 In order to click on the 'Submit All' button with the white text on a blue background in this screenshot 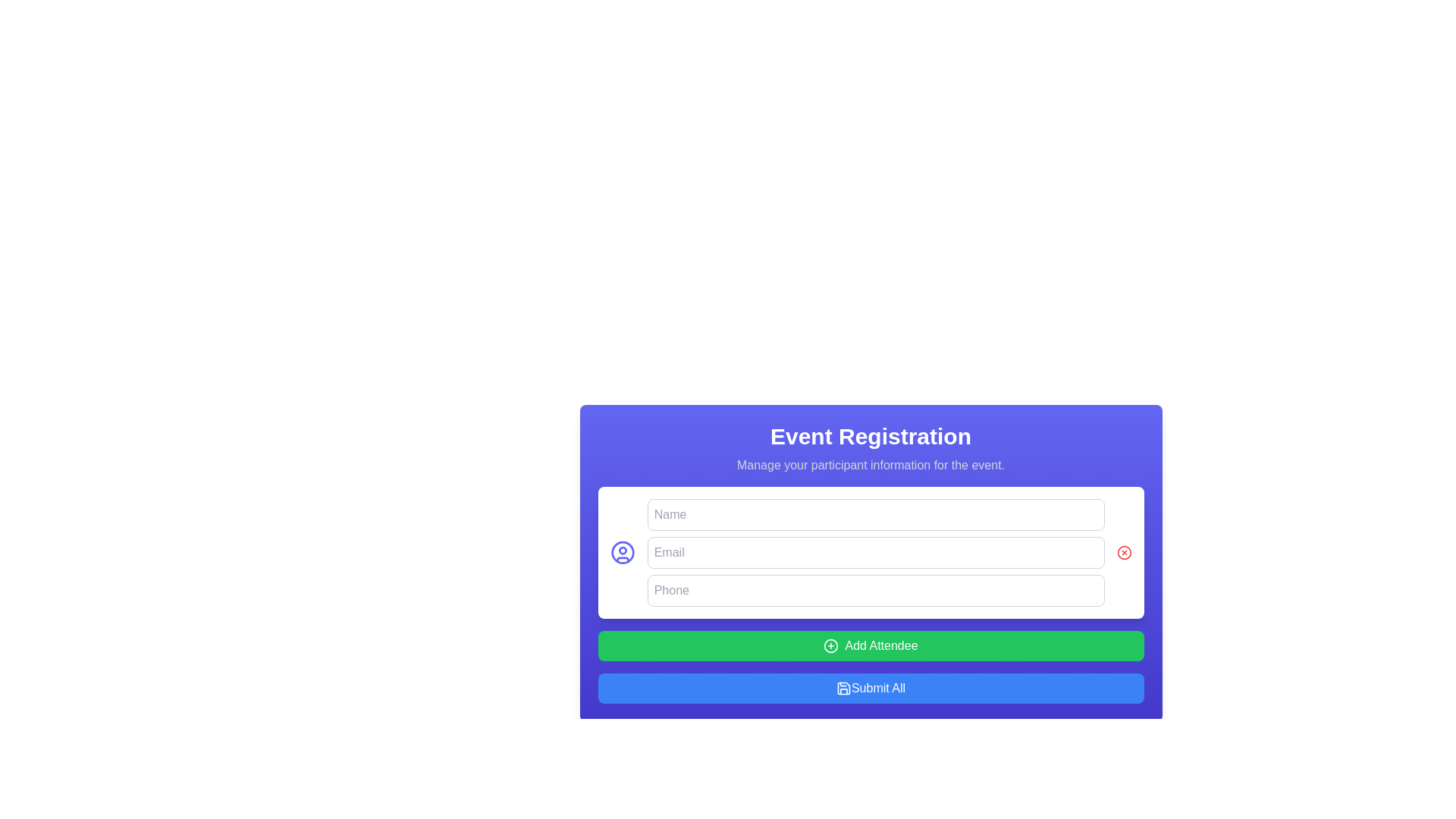, I will do `click(878, 688)`.